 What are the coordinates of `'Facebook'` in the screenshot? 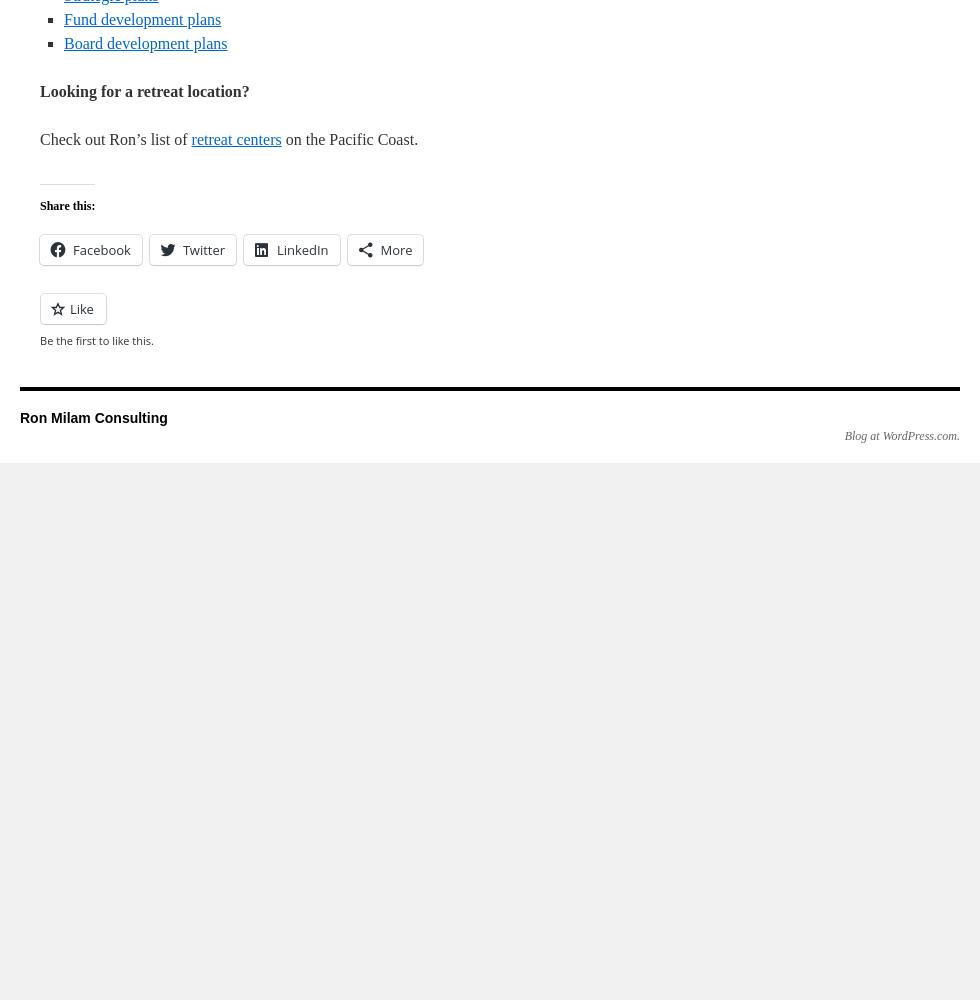 It's located at (73, 250).